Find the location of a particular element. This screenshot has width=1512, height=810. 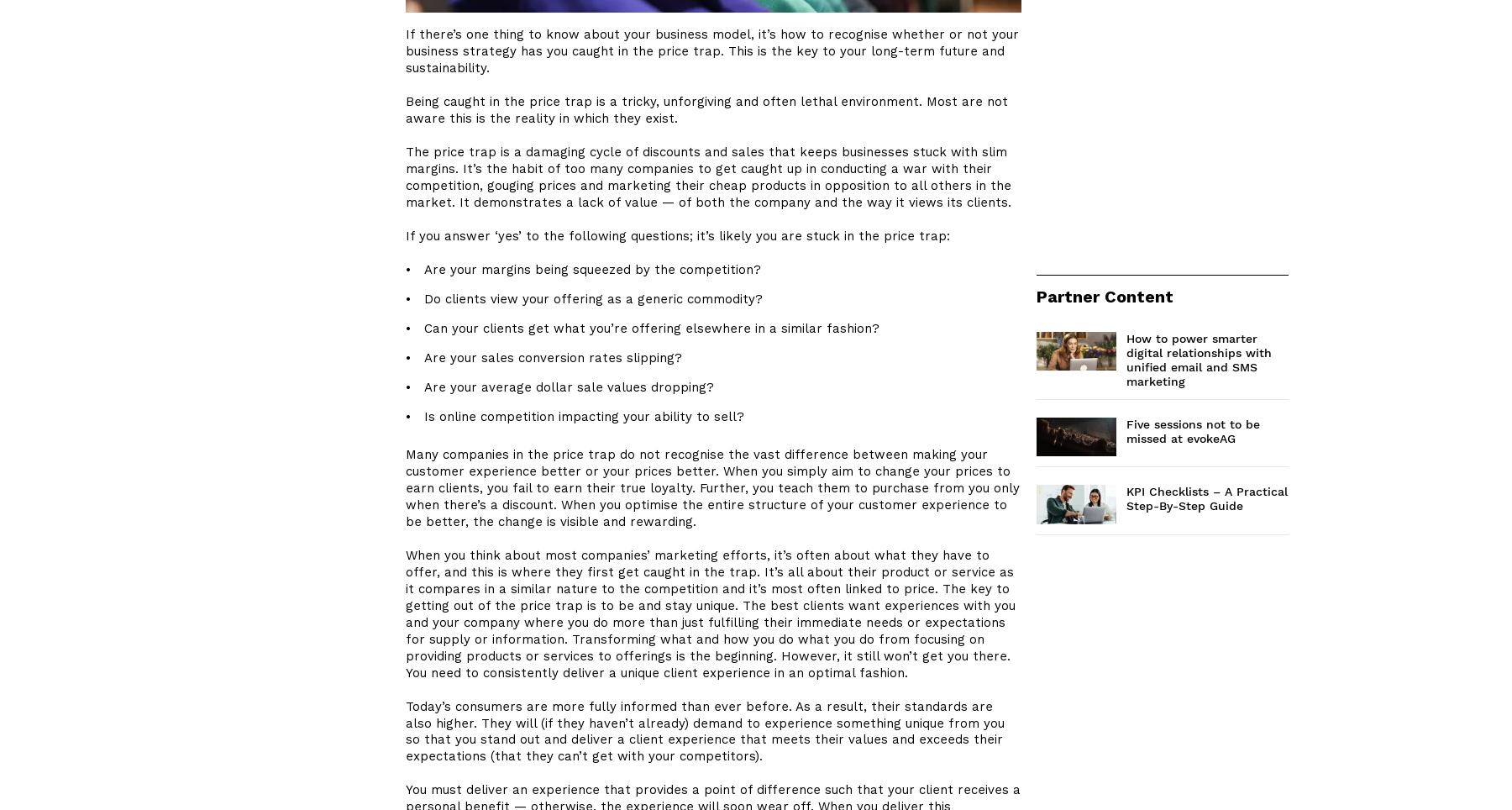

'When you think about most companies’ marketing efforts, it’s often about what they have to offer, and this is where they first get caught in the trap. It’s all about their product or service as it compares in a similar nature to the competition and it’s most often linked to price. The key to getting out of the price trap is to be and stay unique. The best clients want experiences with you and your company where you do more than just fulfilling their immediate needs or expectations for supply or information. Transforming what and how you do what you do from focusing on providing products or services to offerings is the beginning. However, it still won’t get you there. You need to consistently deliver a unique client experience in an optimal fashion.' is located at coordinates (711, 613).